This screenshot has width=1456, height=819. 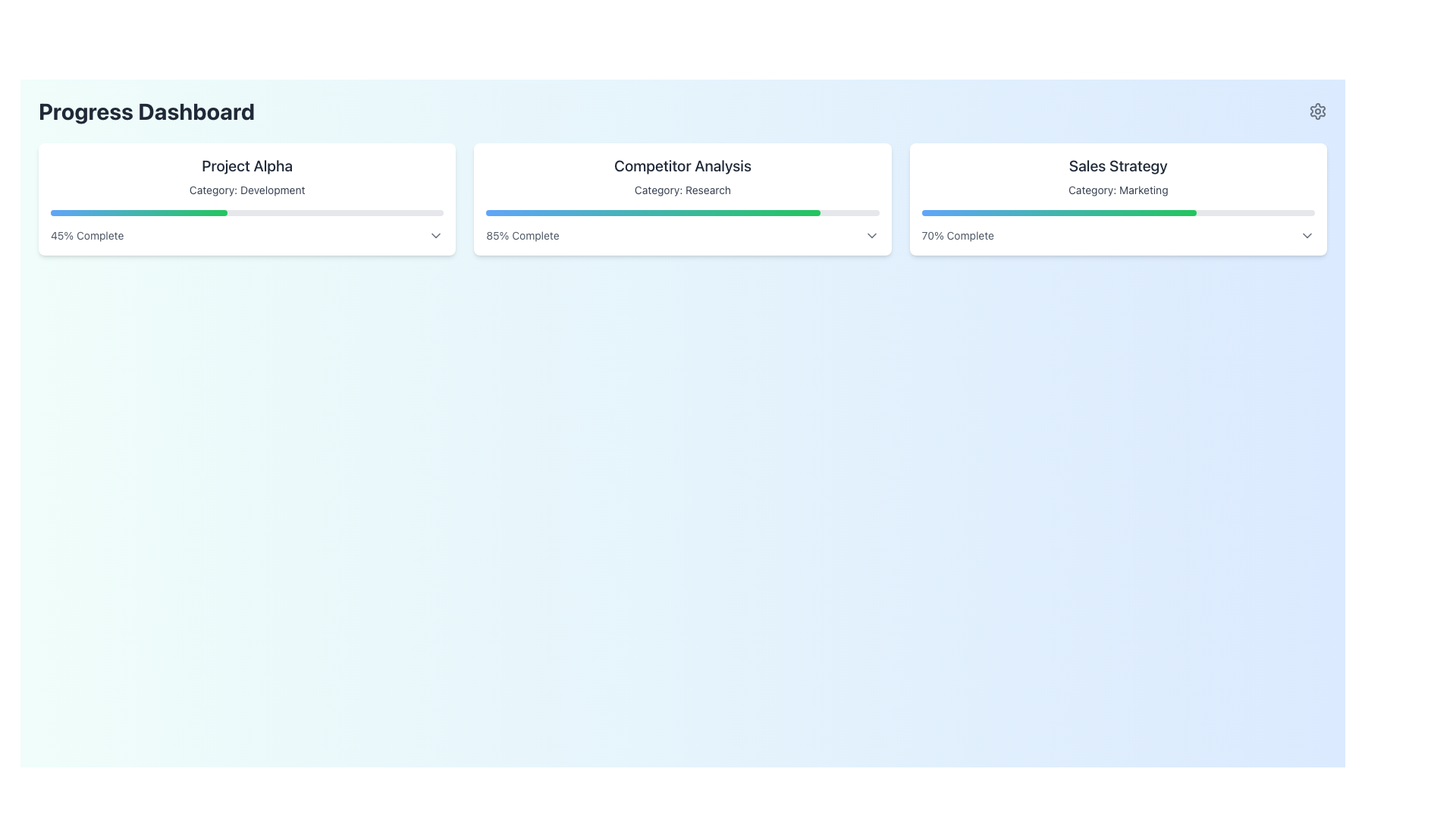 What do you see at coordinates (1306, 236) in the screenshot?
I see `the downward-pointing chevron icon button in the footer section of the 'Sales Strategy' card` at bounding box center [1306, 236].